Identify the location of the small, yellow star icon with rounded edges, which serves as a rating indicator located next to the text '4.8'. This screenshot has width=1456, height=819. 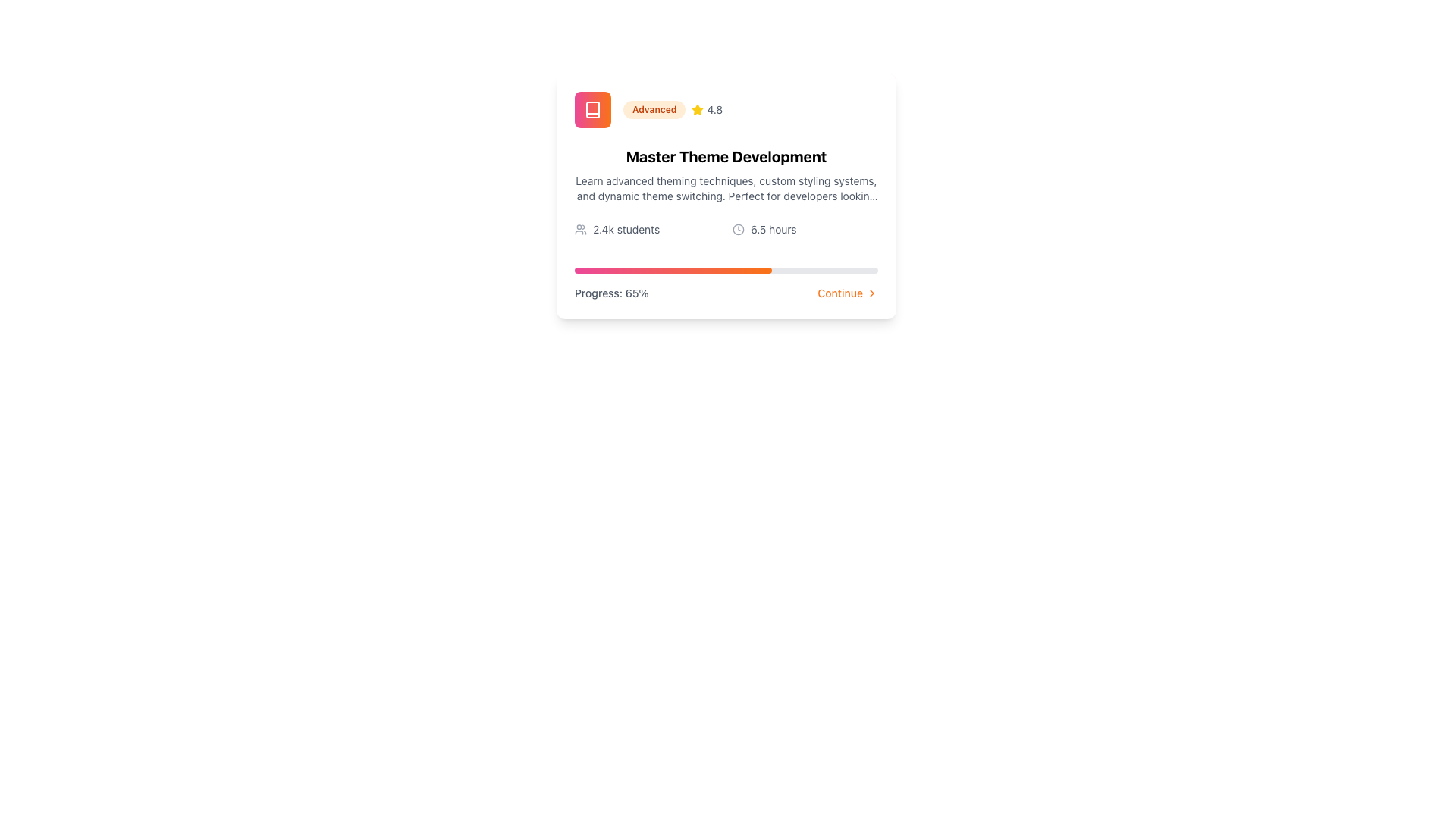
(697, 109).